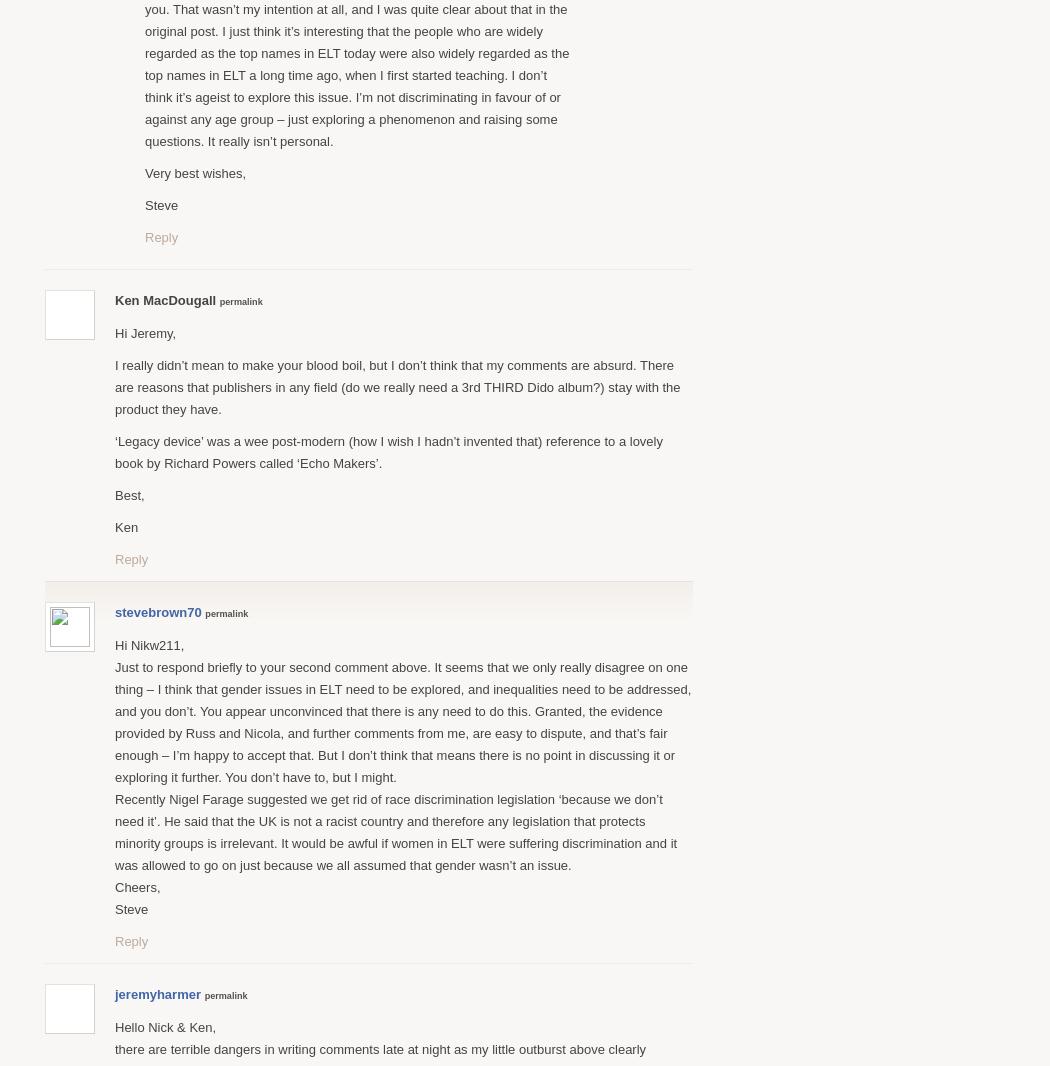 The width and height of the screenshot is (1050, 1066). I want to click on 'jeremyharmer', so click(158, 993).